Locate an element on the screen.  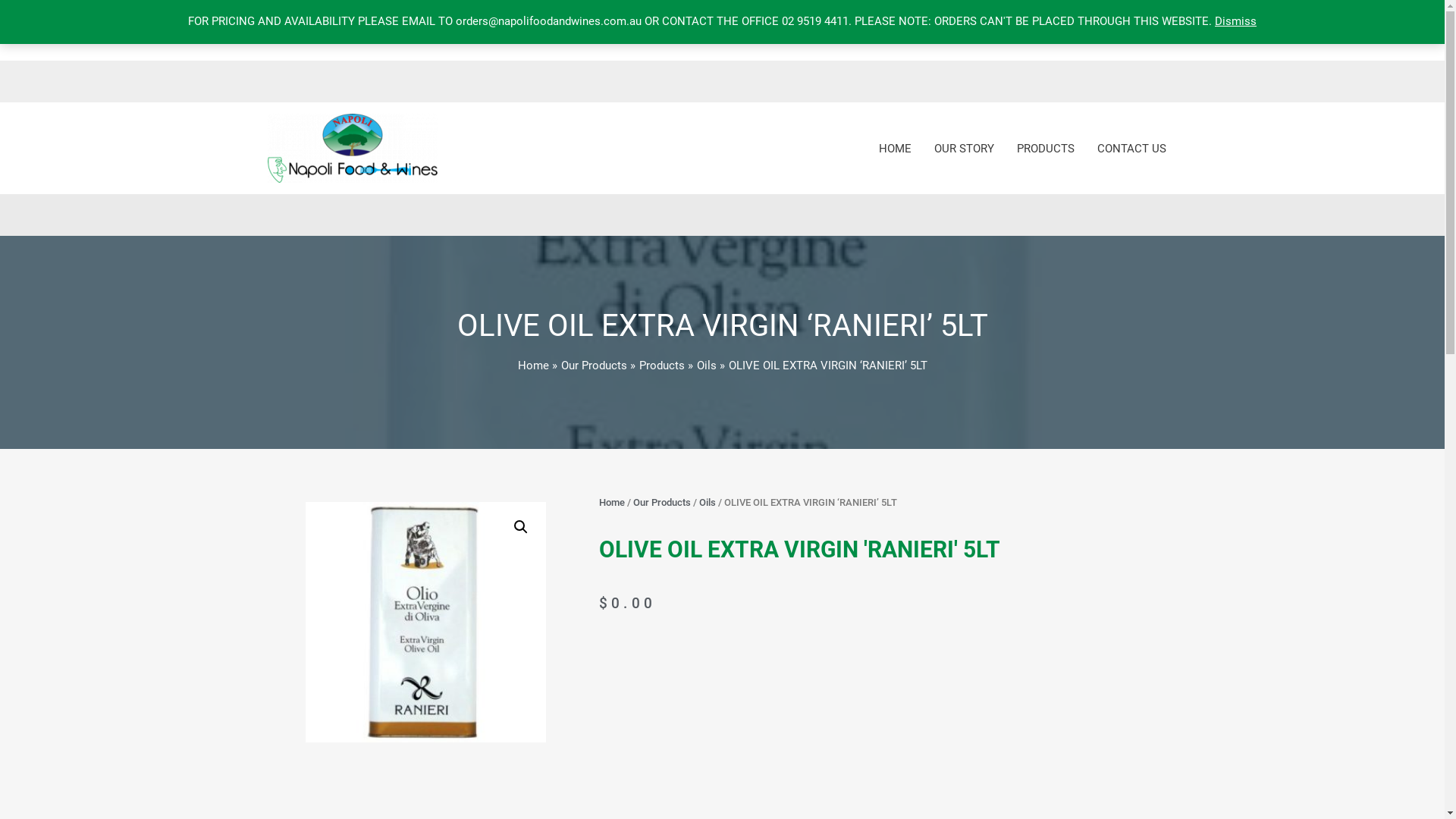
'Our Products' is located at coordinates (632, 502).